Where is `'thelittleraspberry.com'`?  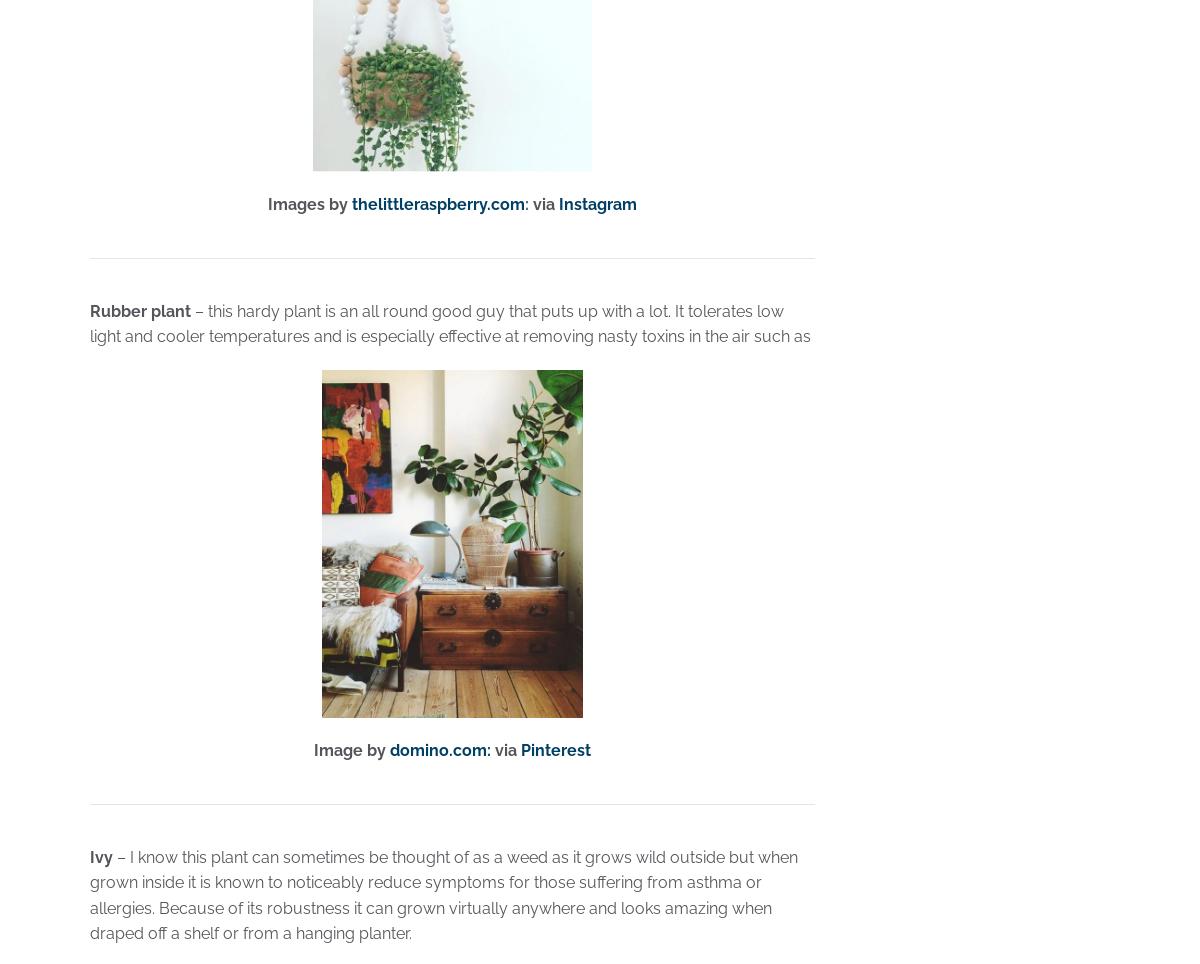 'thelittleraspberry.com' is located at coordinates (438, 204).